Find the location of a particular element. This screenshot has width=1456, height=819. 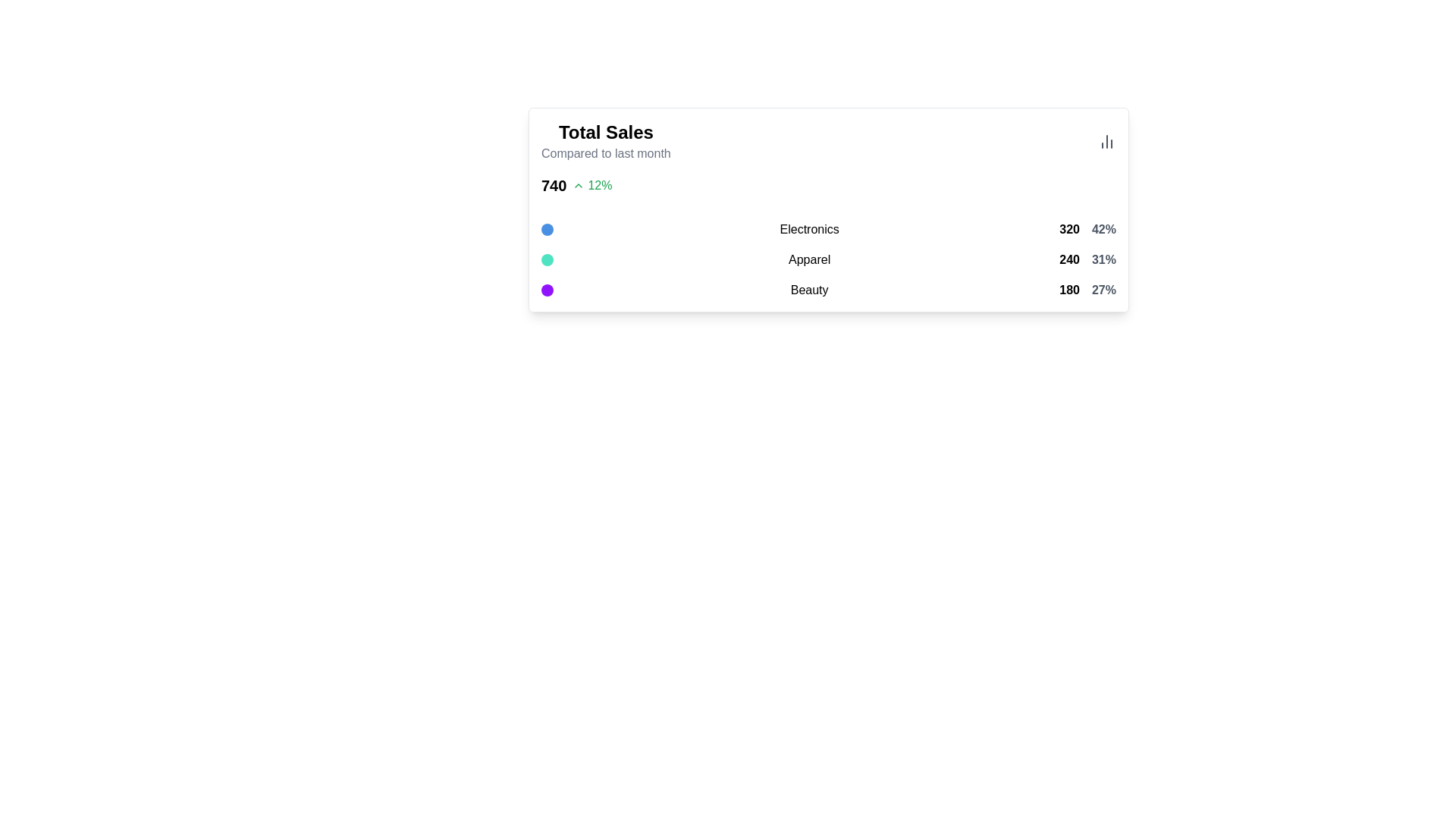

the circular icon that represents the 'Apparel' category, which is positioned to the left of the text 'Apparel' and aligned with the value '240' and percentage '31%' is located at coordinates (546, 259).